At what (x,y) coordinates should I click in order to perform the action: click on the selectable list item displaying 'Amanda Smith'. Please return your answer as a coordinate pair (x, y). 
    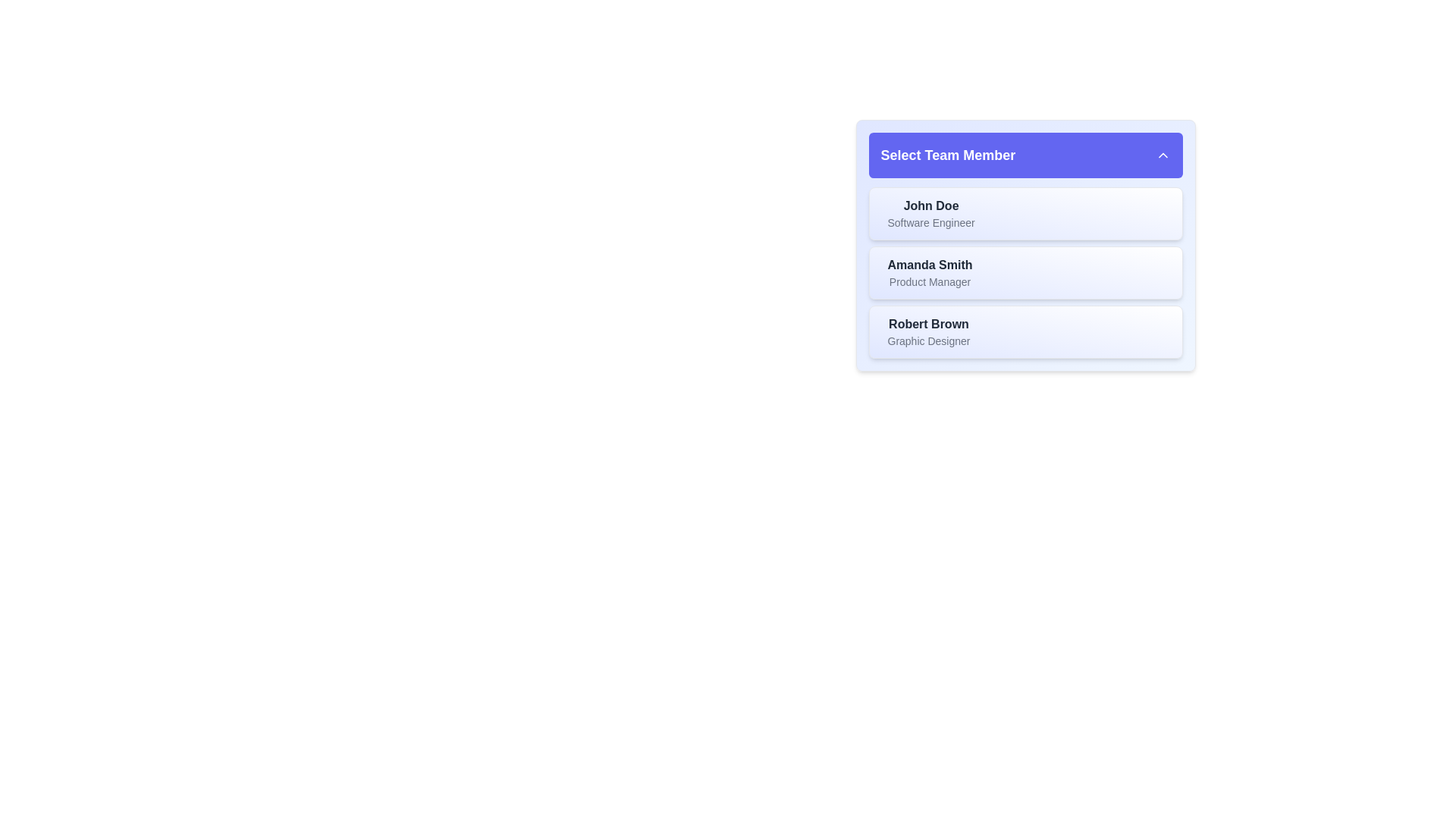
    Looking at the image, I should click on (1025, 245).